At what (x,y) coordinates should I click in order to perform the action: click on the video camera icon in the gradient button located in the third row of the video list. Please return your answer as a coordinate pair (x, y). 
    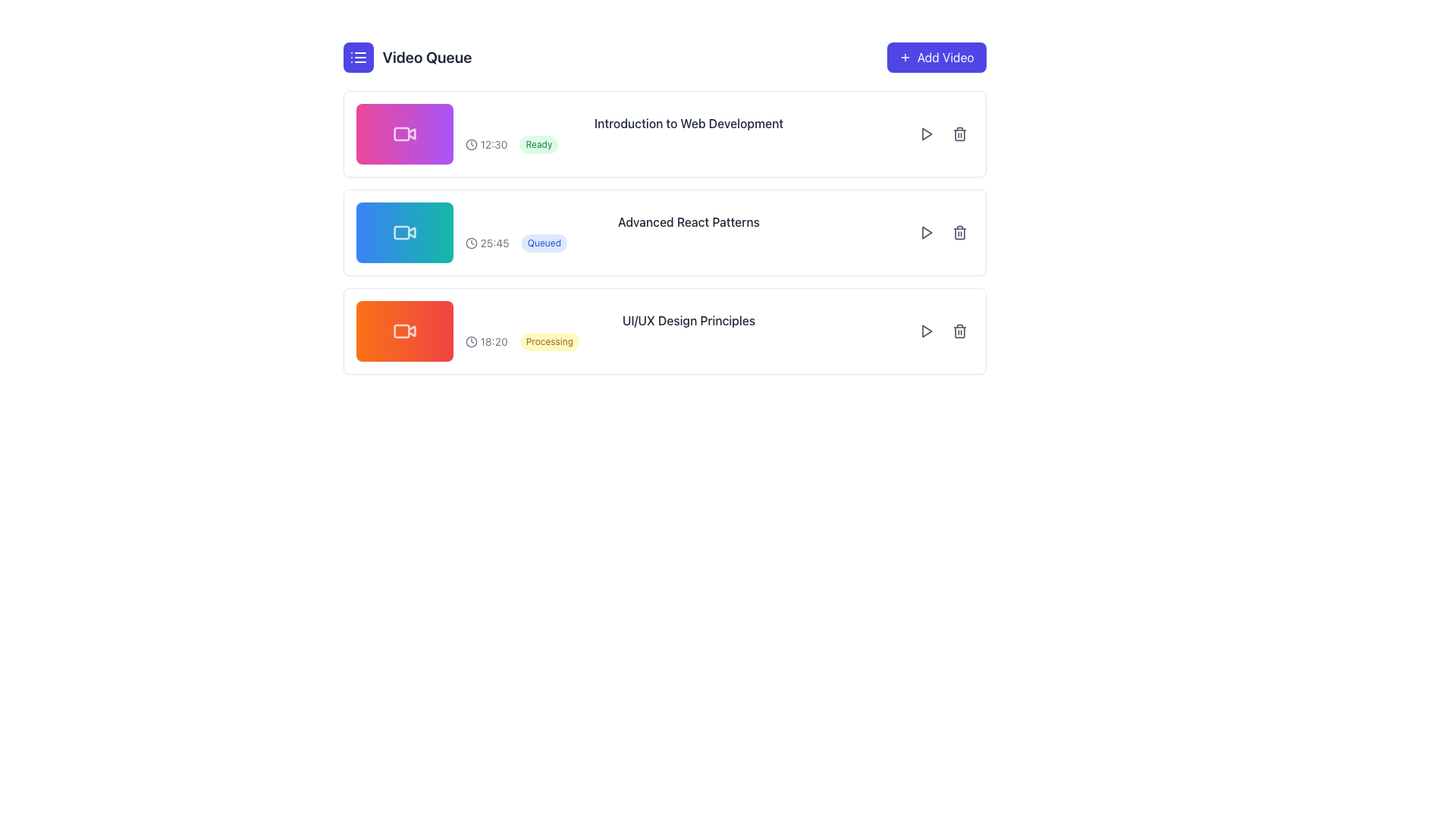
    Looking at the image, I should click on (404, 330).